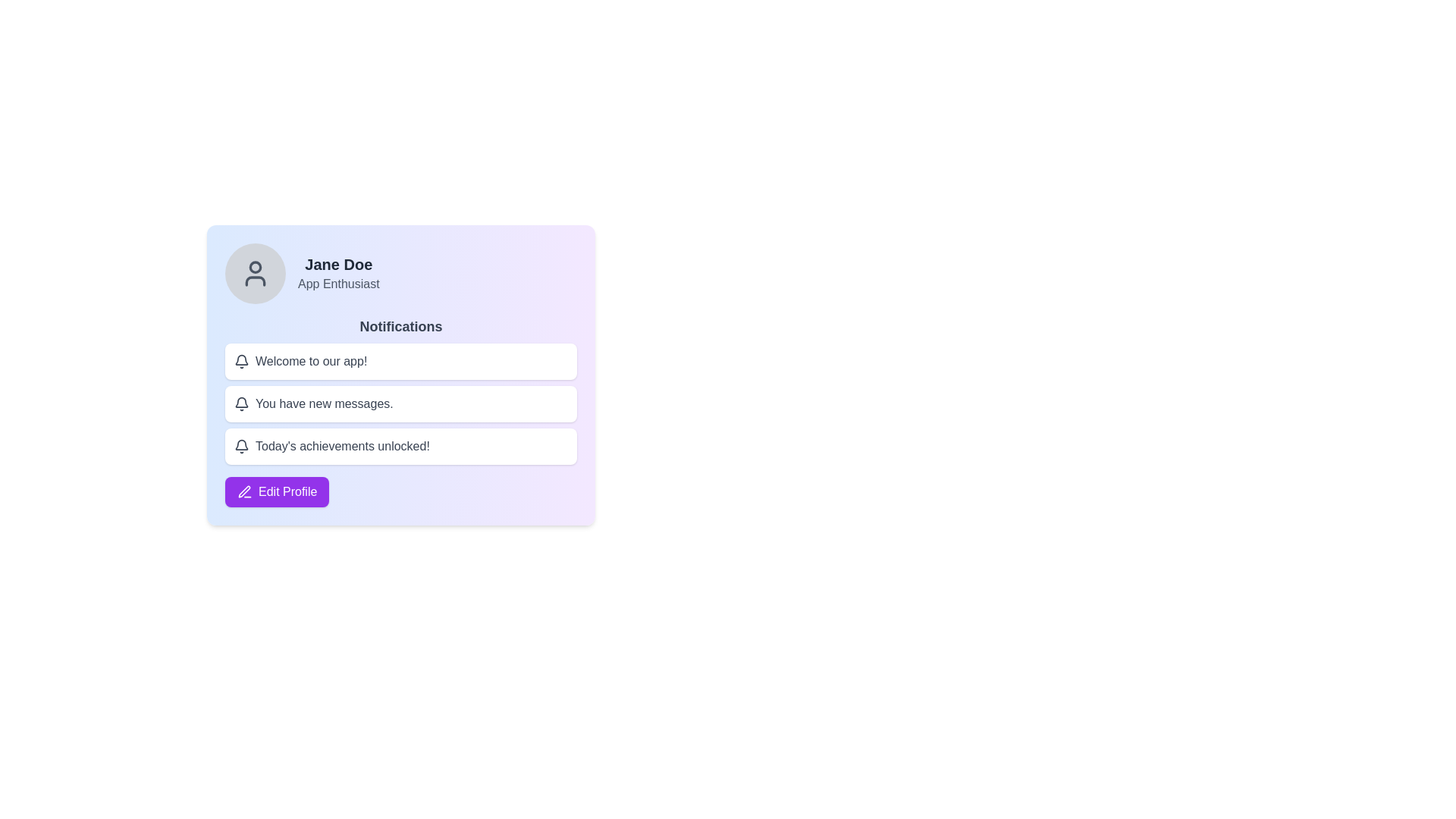  Describe the element at coordinates (255, 265) in the screenshot. I see `the graphical depiction of the head in the user silhouette icon, which is part of an SVG graphic structure and located in the top-half region of the icon` at that location.